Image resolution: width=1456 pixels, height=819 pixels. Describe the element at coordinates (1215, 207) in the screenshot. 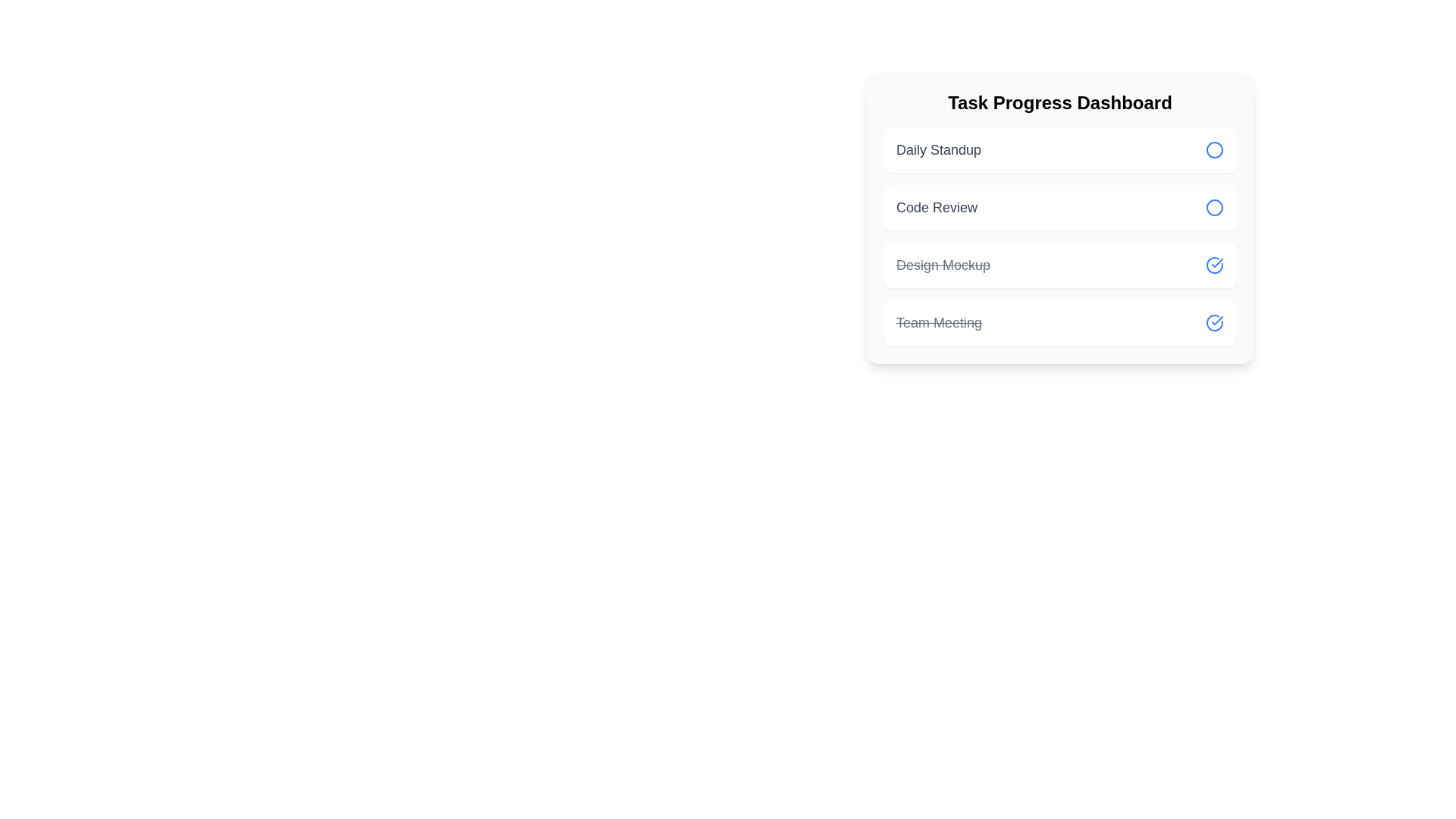

I see `the circular blue outlined button aligned with the 'Code Review' text` at that location.